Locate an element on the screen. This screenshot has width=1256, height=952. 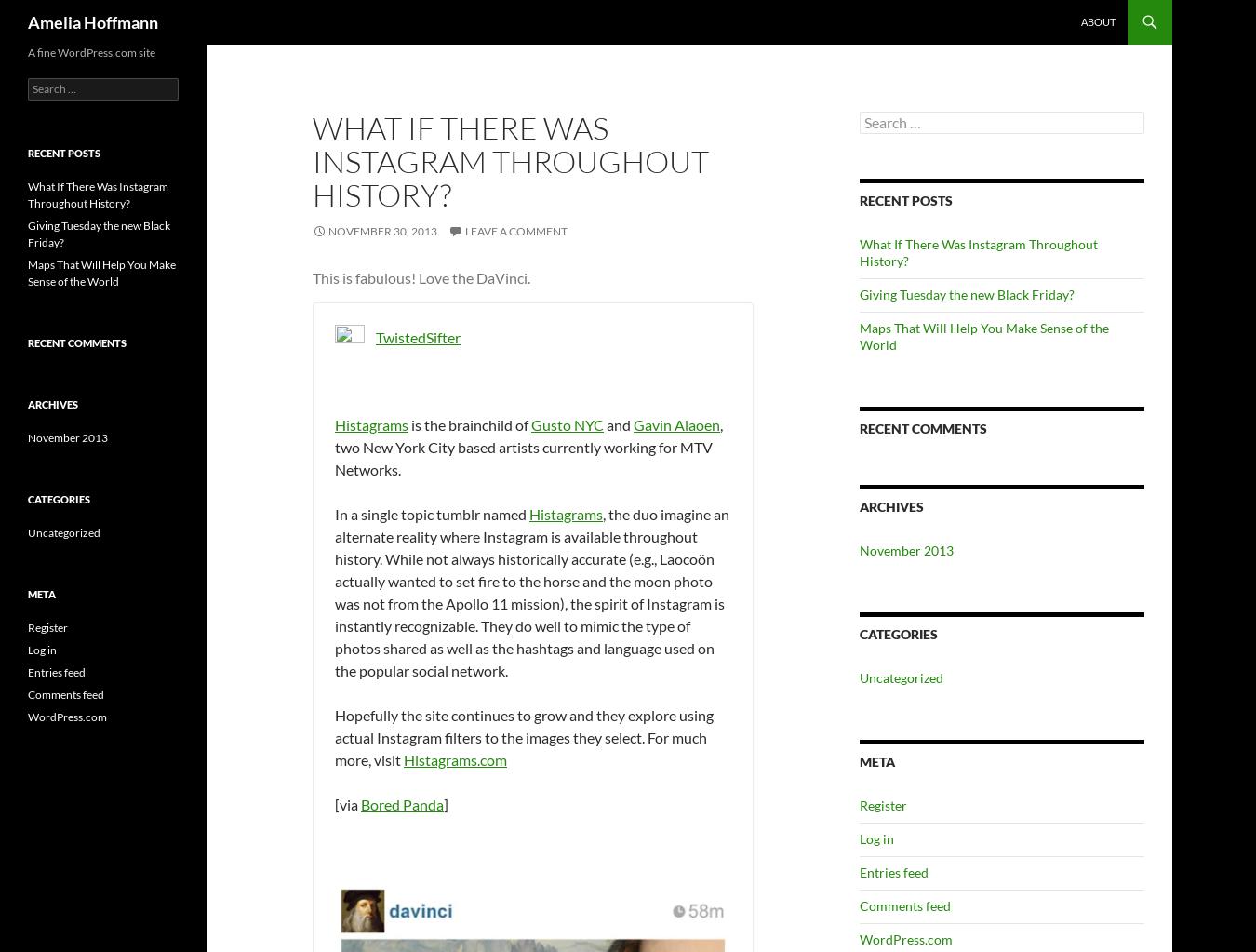
'Gavin Alaoen' is located at coordinates (675, 423).